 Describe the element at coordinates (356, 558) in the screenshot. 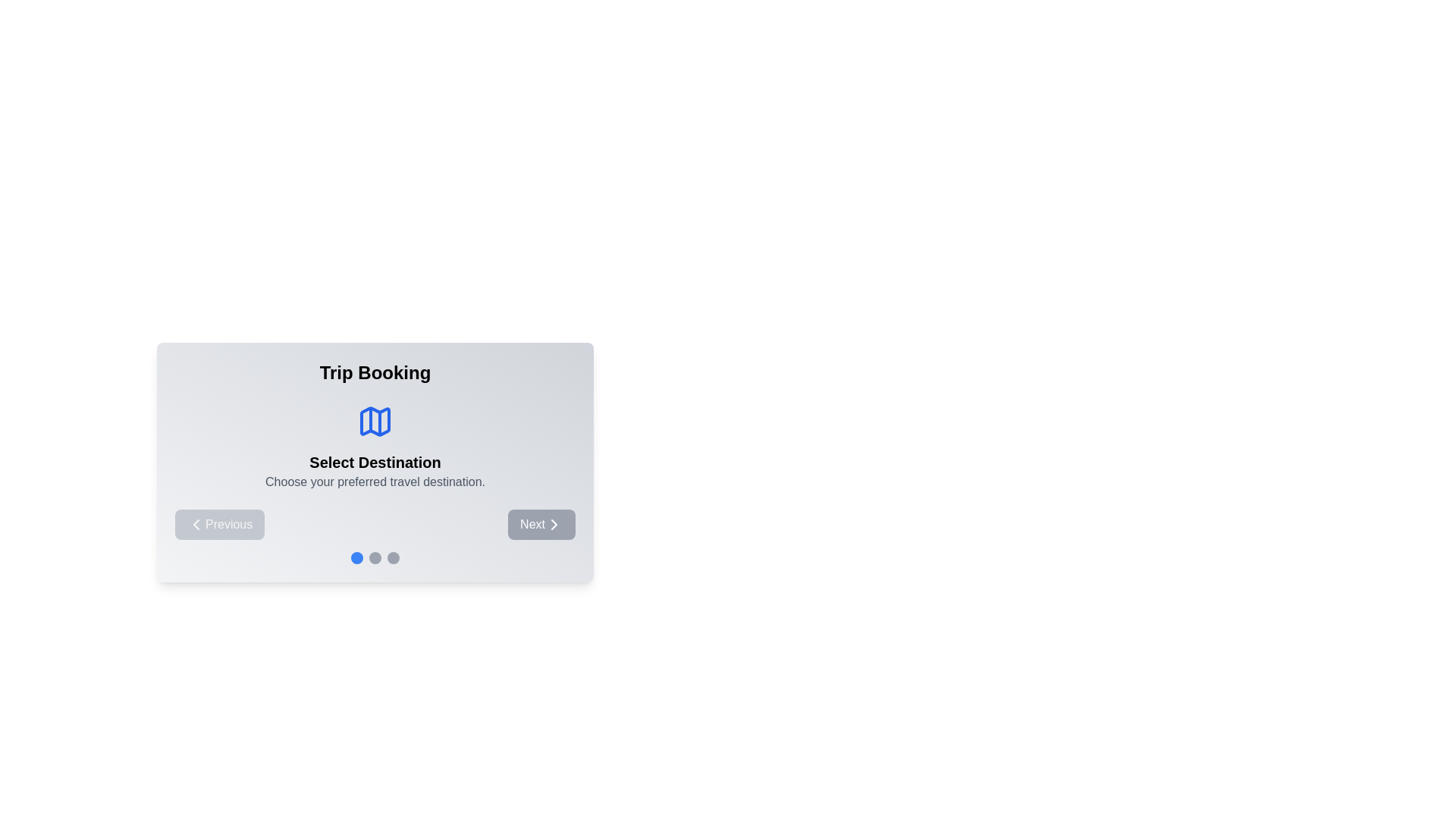

I see `the leftmost circular step indicator, which has a blue background and indicates the active step in a multi-step process` at that location.